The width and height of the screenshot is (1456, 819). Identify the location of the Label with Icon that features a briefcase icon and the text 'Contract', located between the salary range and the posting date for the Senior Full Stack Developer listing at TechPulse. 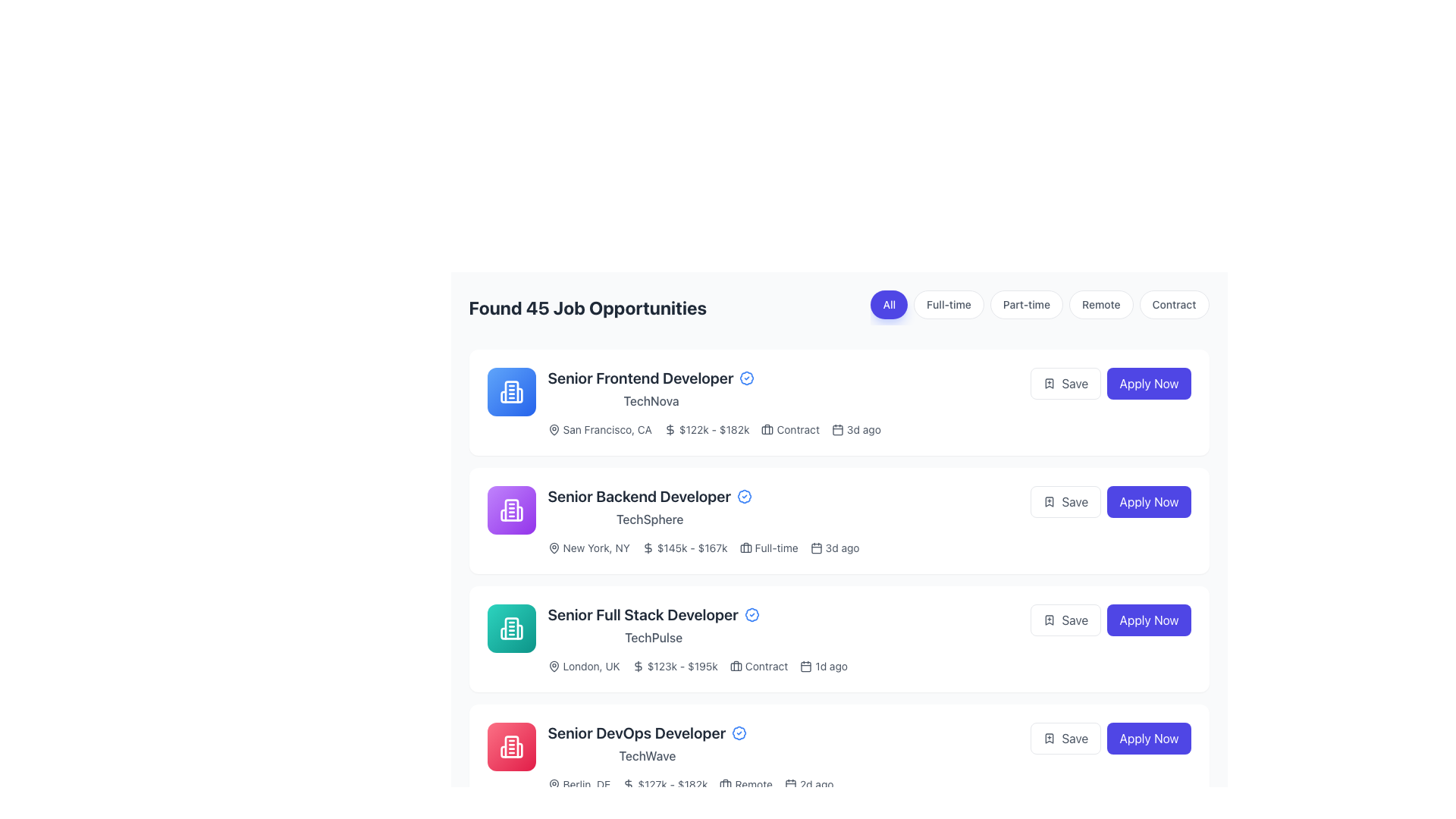
(759, 666).